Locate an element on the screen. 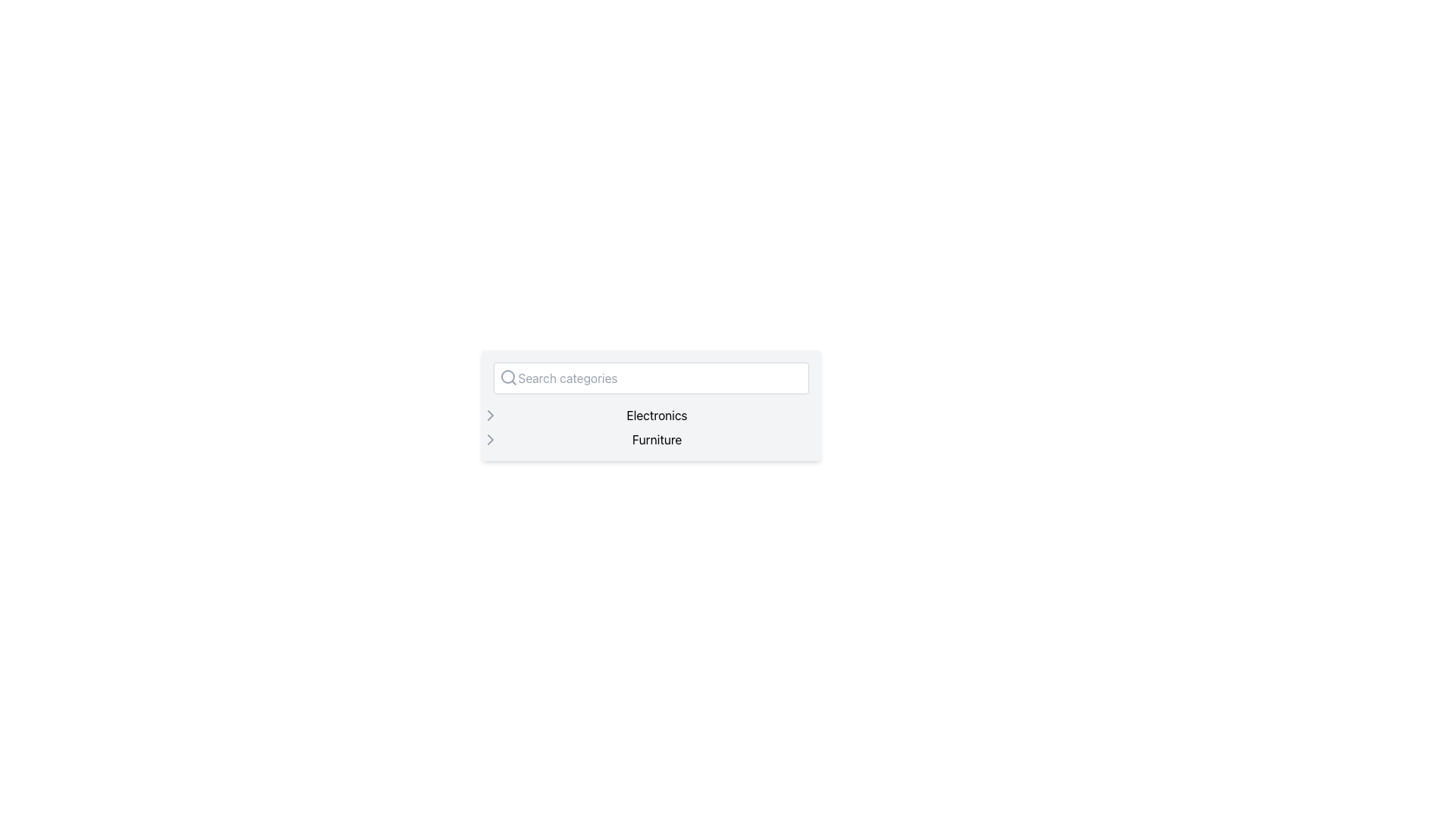  the chevron icon located near the left side of the category list is located at coordinates (490, 415).